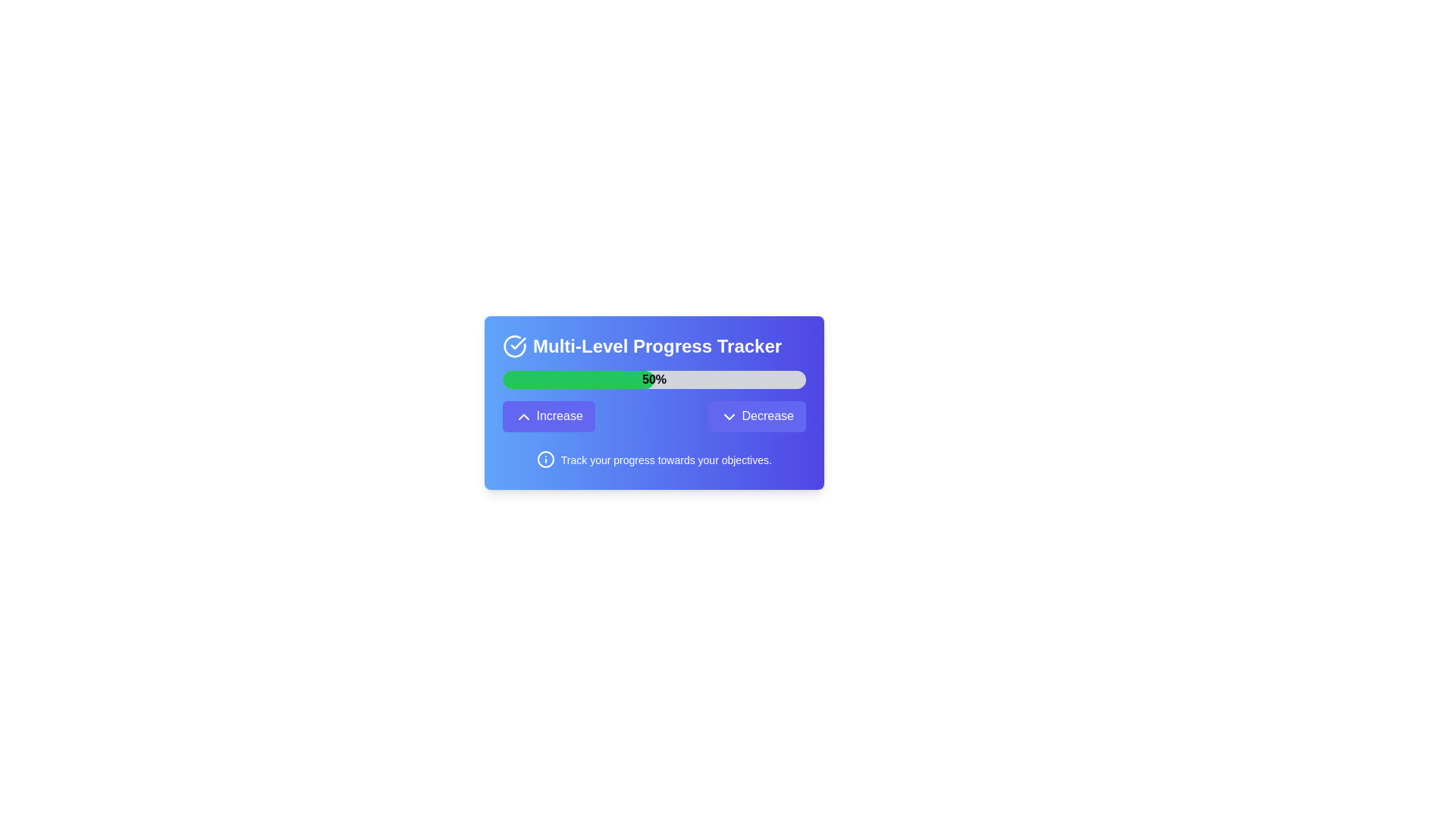  Describe the element at coordinates (546, 458) in the screenshot. I see `the blue circular icon located to the left of the text 'Track your progress towards your objectives.'` at that location.